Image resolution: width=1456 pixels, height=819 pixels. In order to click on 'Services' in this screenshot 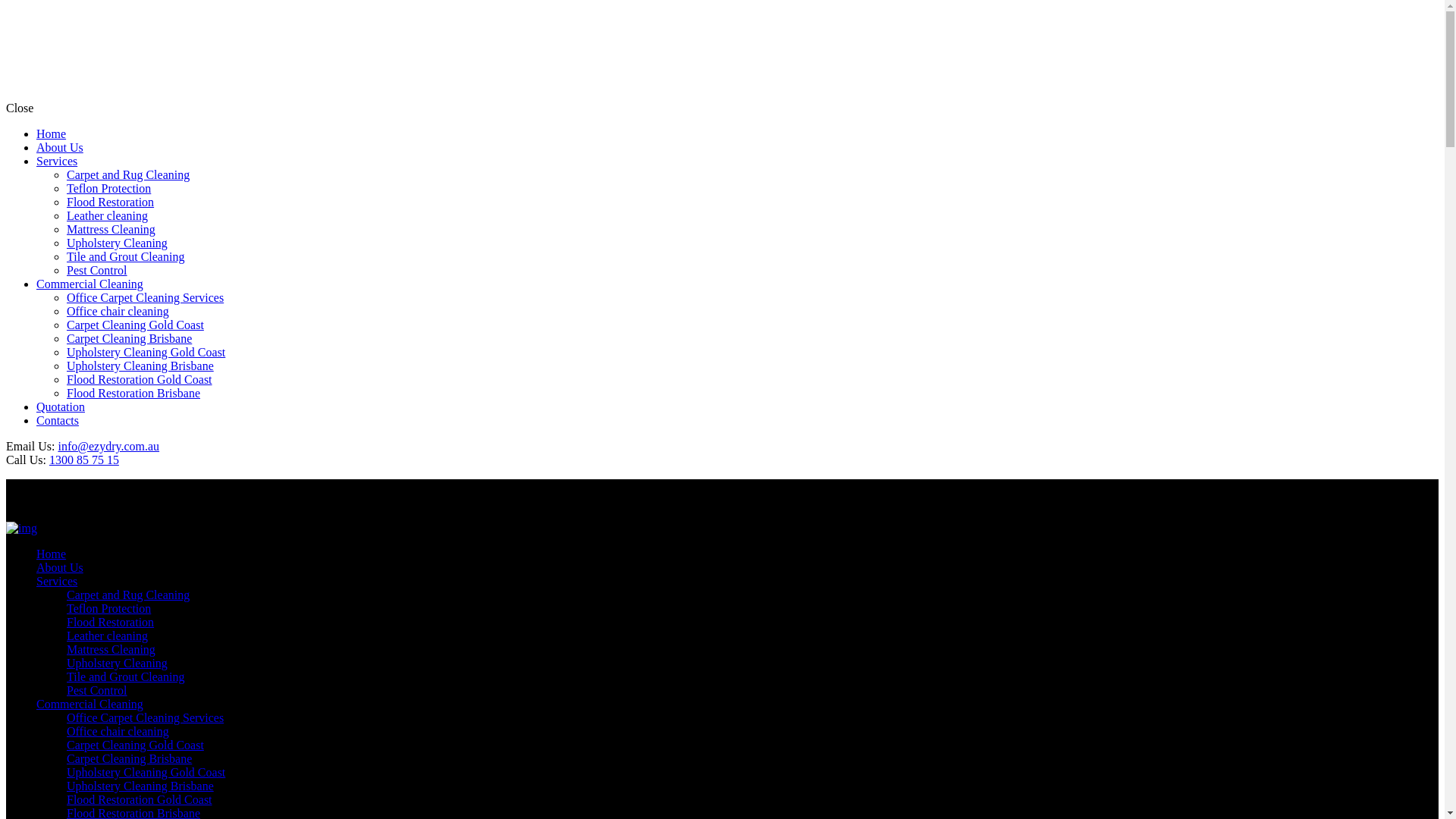, I will do `click(57, 580)`.